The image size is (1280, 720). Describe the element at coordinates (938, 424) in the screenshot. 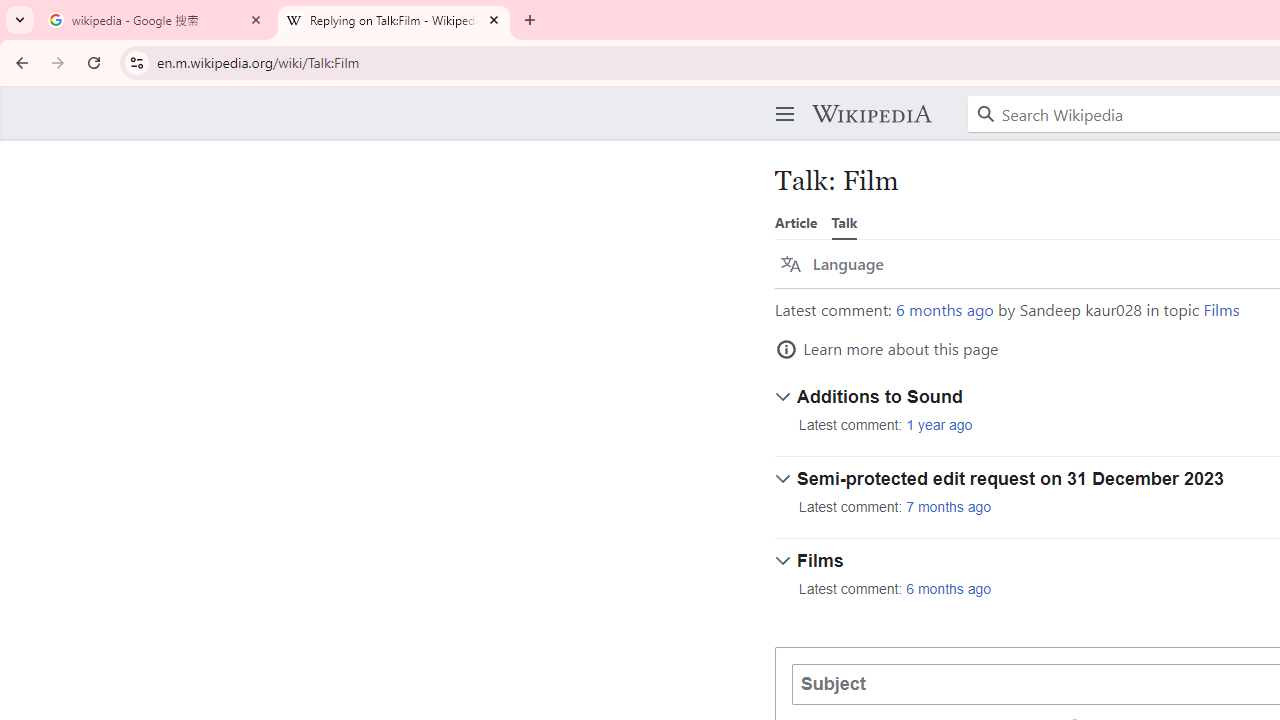

I see `'1 year ago'` at that location.